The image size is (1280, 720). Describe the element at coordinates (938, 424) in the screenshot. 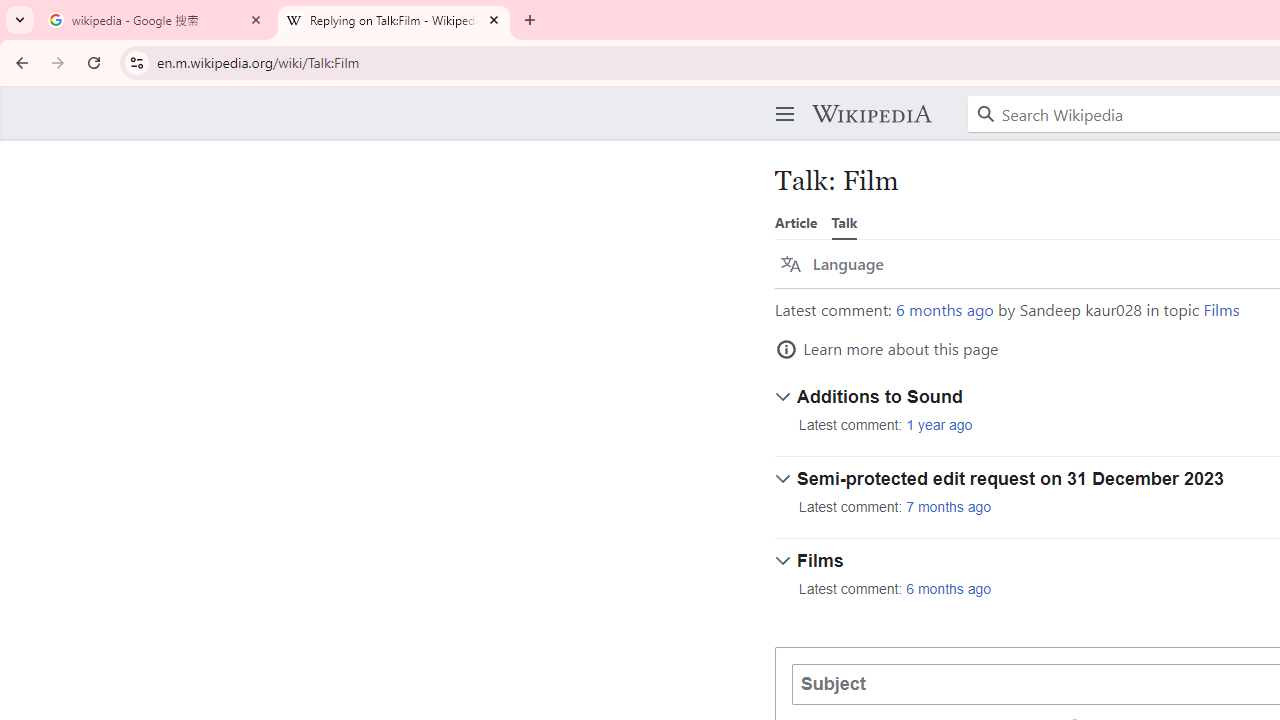

I see `'1 year ago'` at that location.